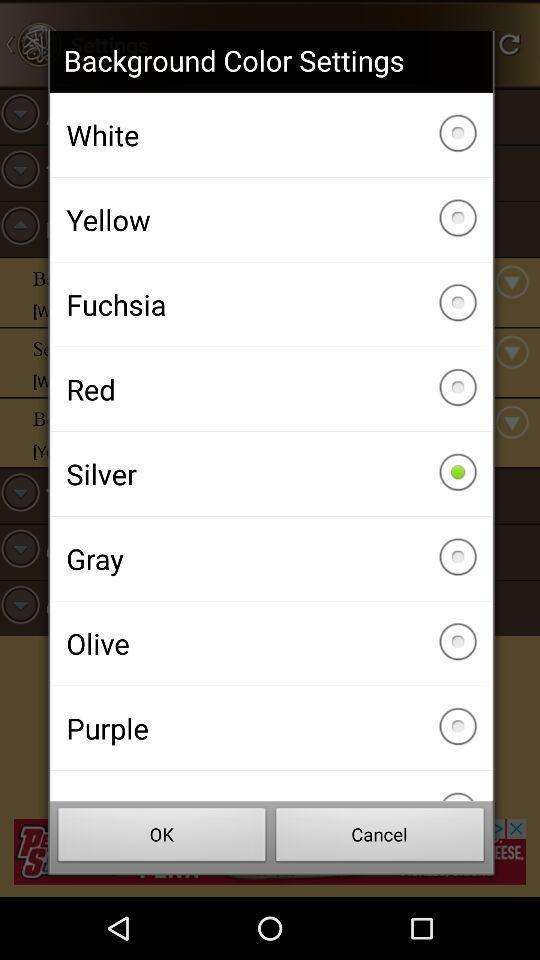  I want to click on checkbox below the maroon icon, so click(161, 837).